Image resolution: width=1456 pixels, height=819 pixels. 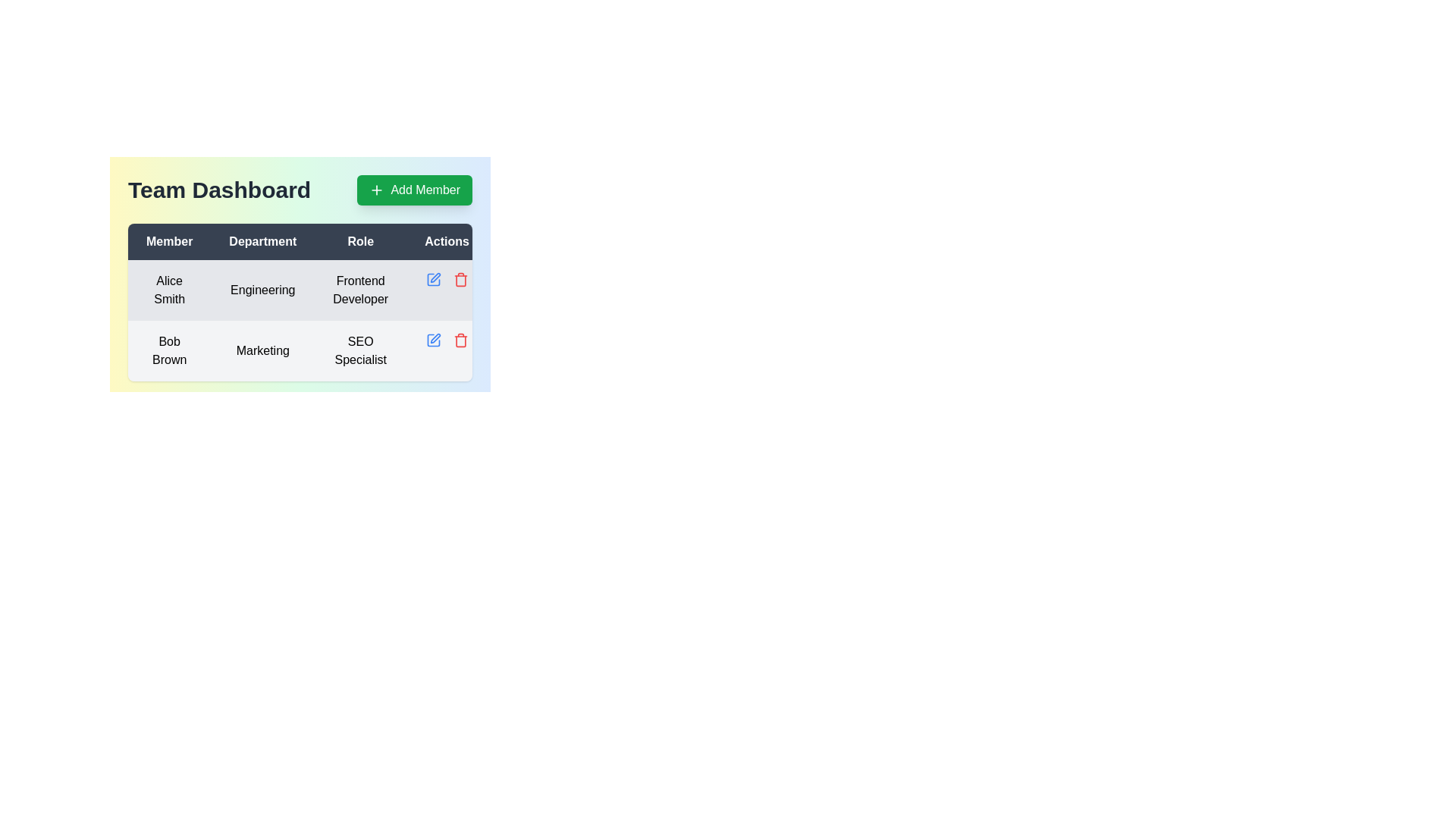 I want to click on the action control group containing the blue 'edit' icon and the red 'delete' icon in the 'Actions' column for 'Alice Smith', so click(x=446, y=280).